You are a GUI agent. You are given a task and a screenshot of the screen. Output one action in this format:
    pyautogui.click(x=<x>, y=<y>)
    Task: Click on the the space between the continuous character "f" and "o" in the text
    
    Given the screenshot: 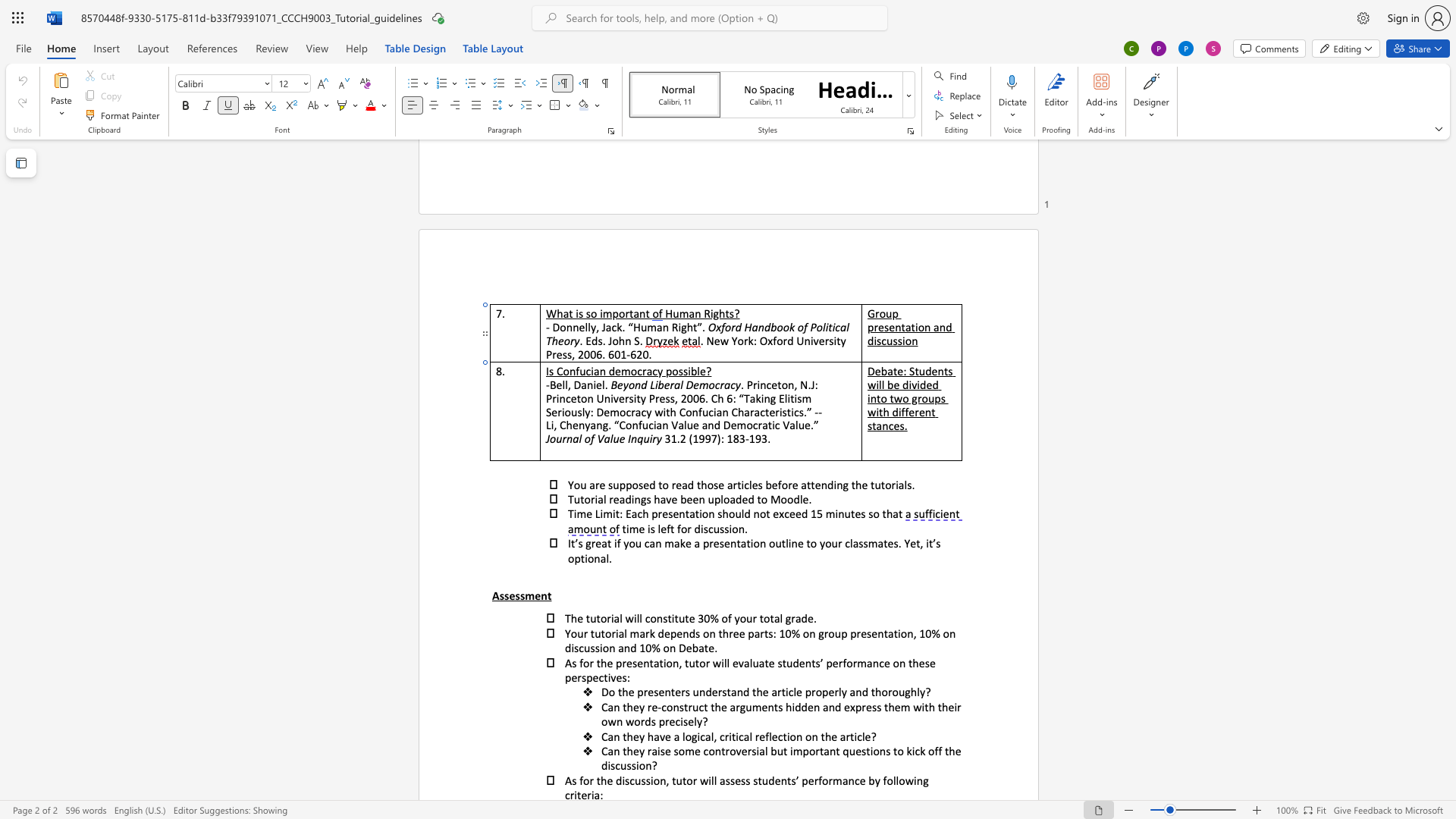 What is the action you would take?
    pyautogui.click(x=782, y=485)
    